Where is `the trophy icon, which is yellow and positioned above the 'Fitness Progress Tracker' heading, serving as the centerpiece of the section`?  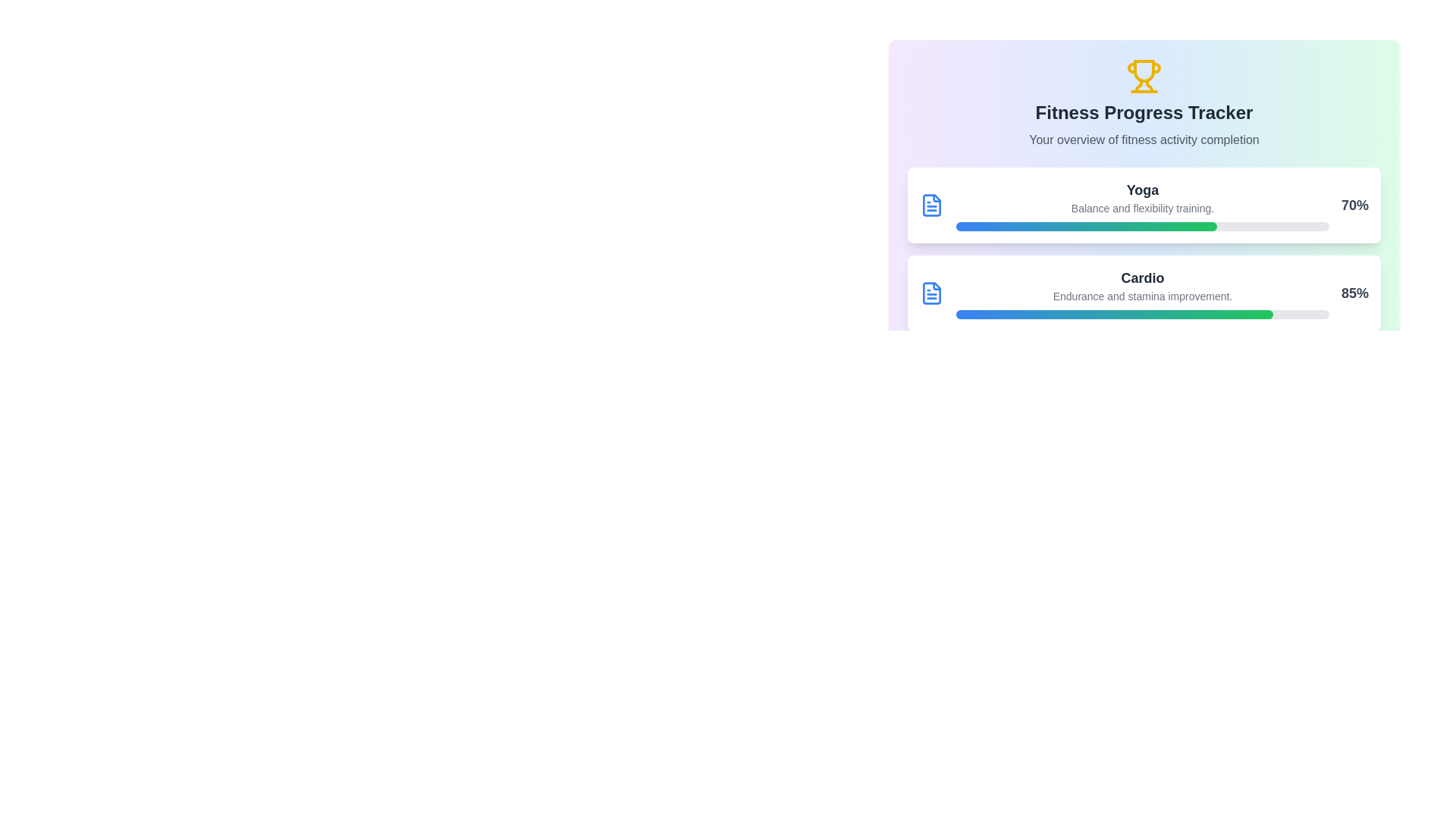
the trophy icon, which is yellow and positioned above the 'Fitness Progress Tracker' heading, serving as the centerpiece of the section is located at coordinates (1144, 76).